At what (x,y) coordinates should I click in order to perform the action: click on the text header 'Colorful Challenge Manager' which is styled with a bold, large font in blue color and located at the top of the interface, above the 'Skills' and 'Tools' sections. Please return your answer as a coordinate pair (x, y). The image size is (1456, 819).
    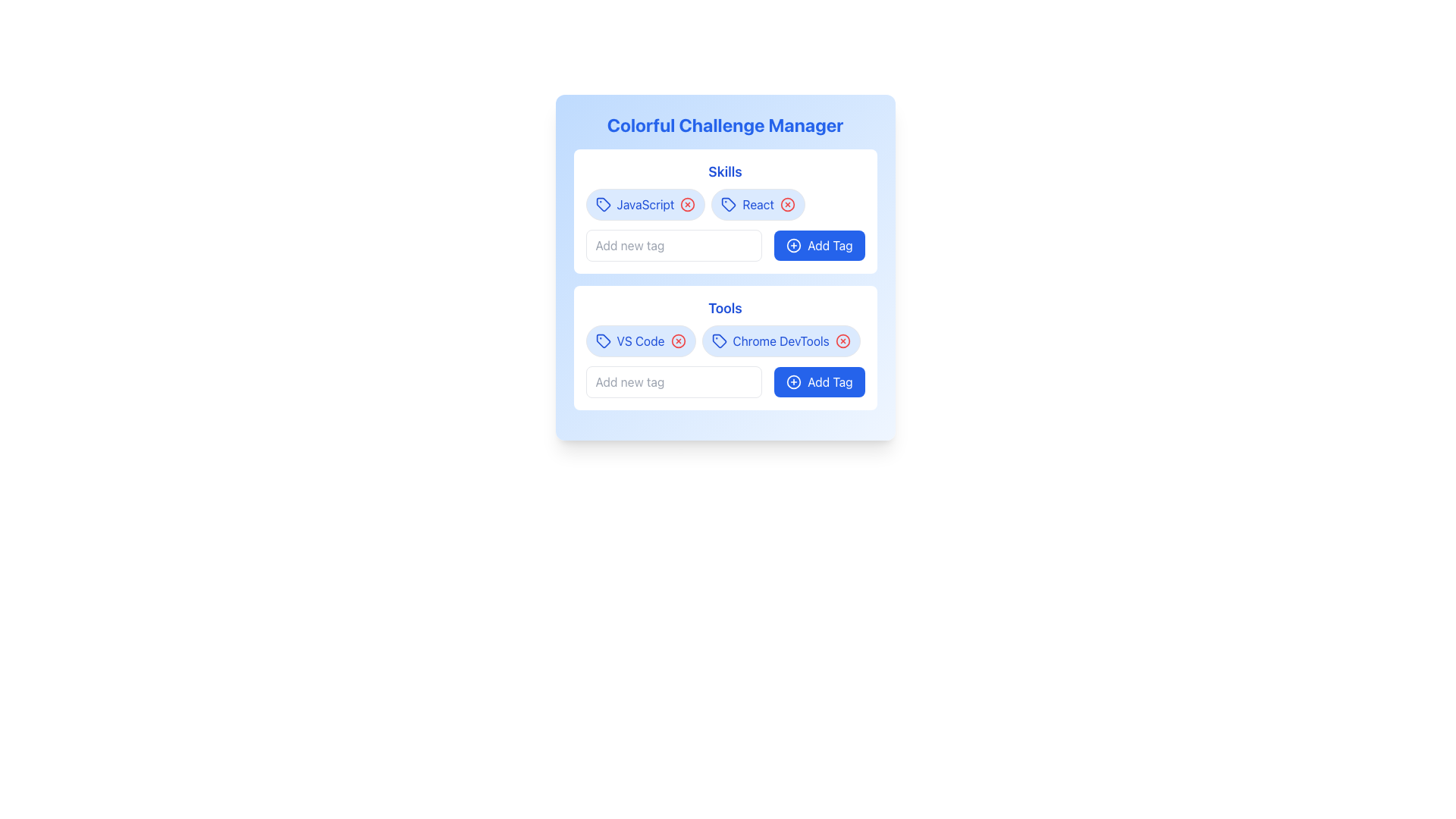
    Looking at the image, I should click on (724, 124).